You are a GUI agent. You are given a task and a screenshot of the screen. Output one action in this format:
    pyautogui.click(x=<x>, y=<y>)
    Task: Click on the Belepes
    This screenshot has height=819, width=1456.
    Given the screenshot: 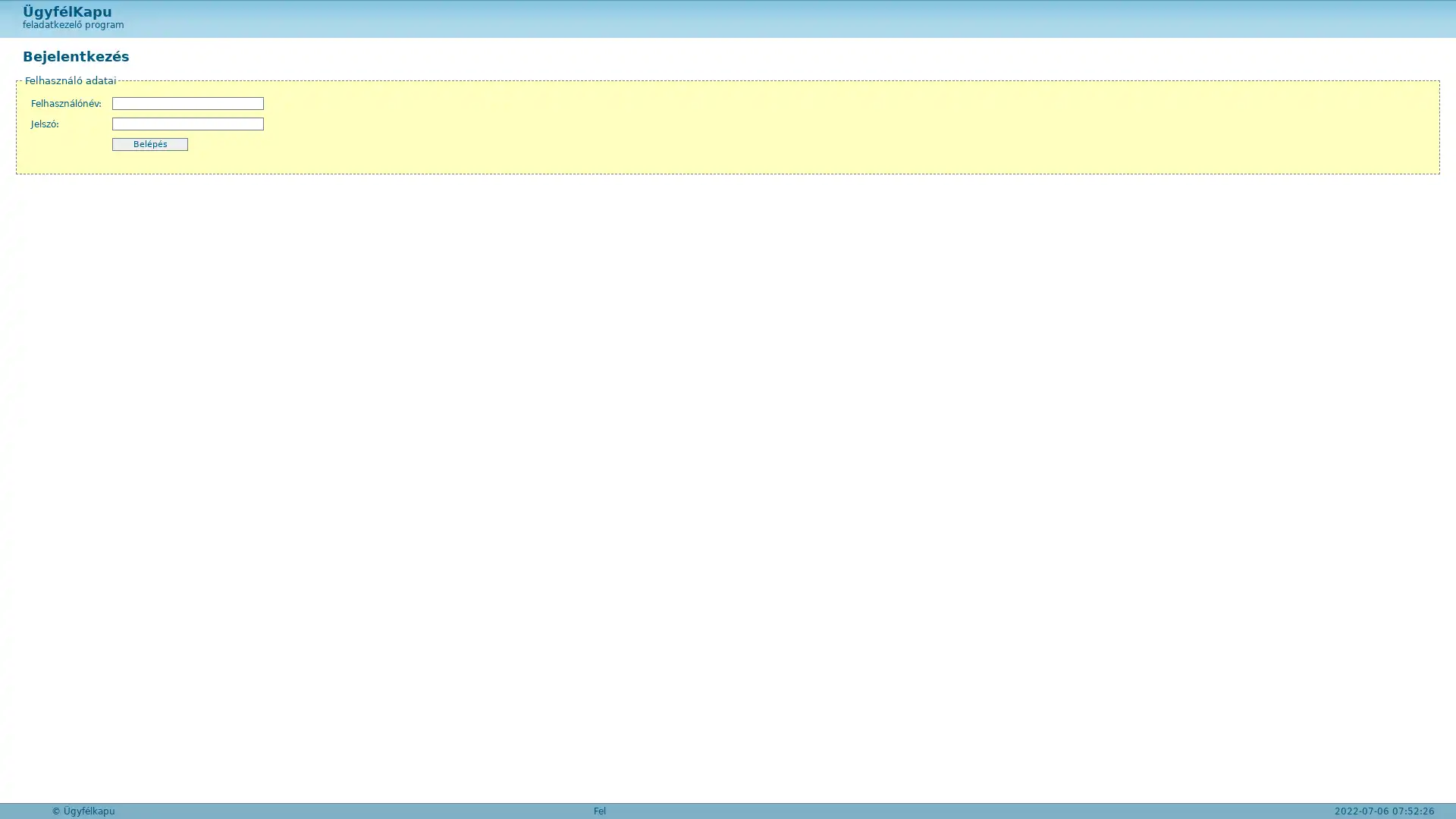 What is the action you would take?
    pyautogui.click(x=149, y=144)
    